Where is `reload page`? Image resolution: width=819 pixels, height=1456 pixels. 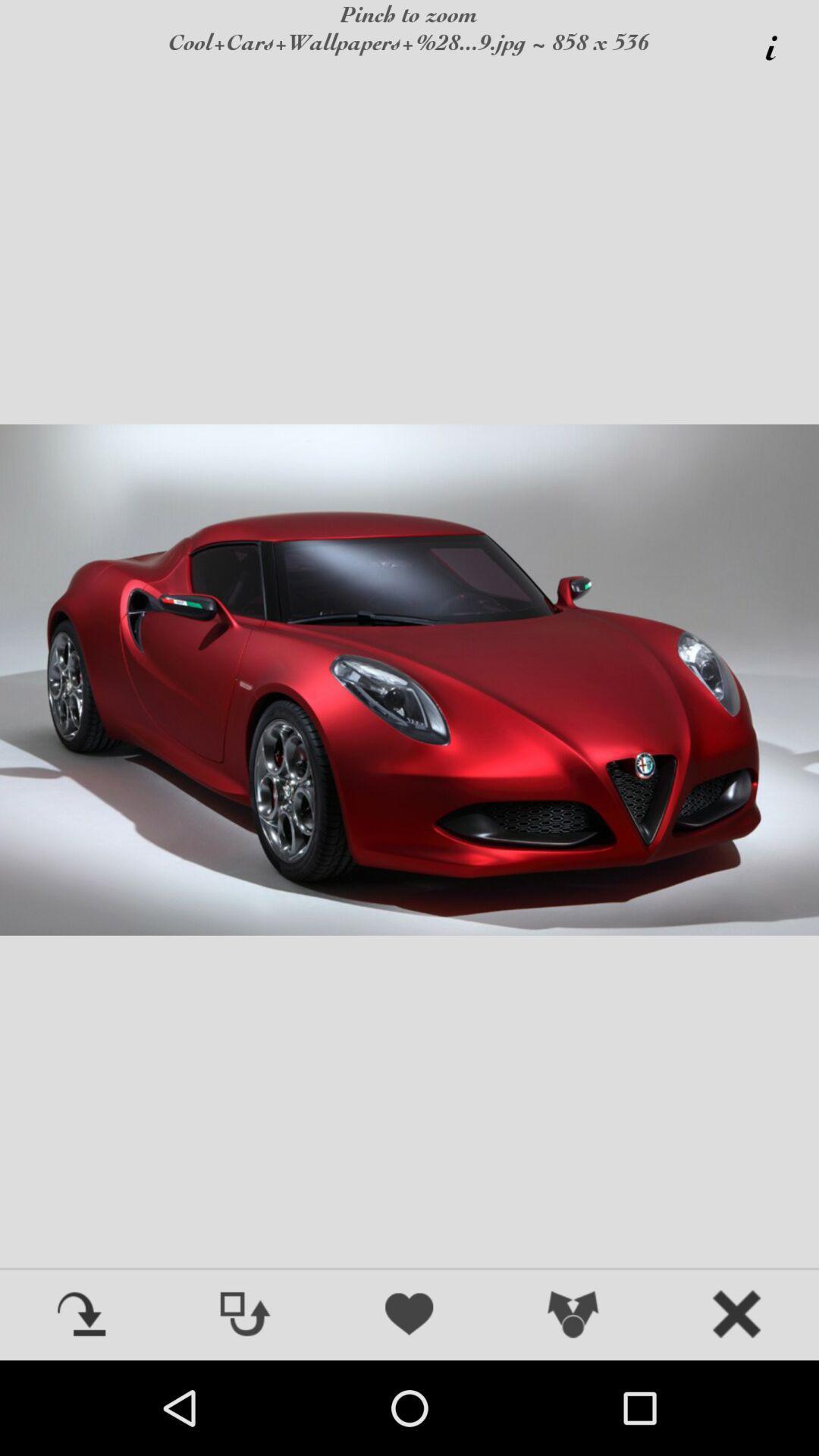 reload page is located at coordinates (82, 1315).